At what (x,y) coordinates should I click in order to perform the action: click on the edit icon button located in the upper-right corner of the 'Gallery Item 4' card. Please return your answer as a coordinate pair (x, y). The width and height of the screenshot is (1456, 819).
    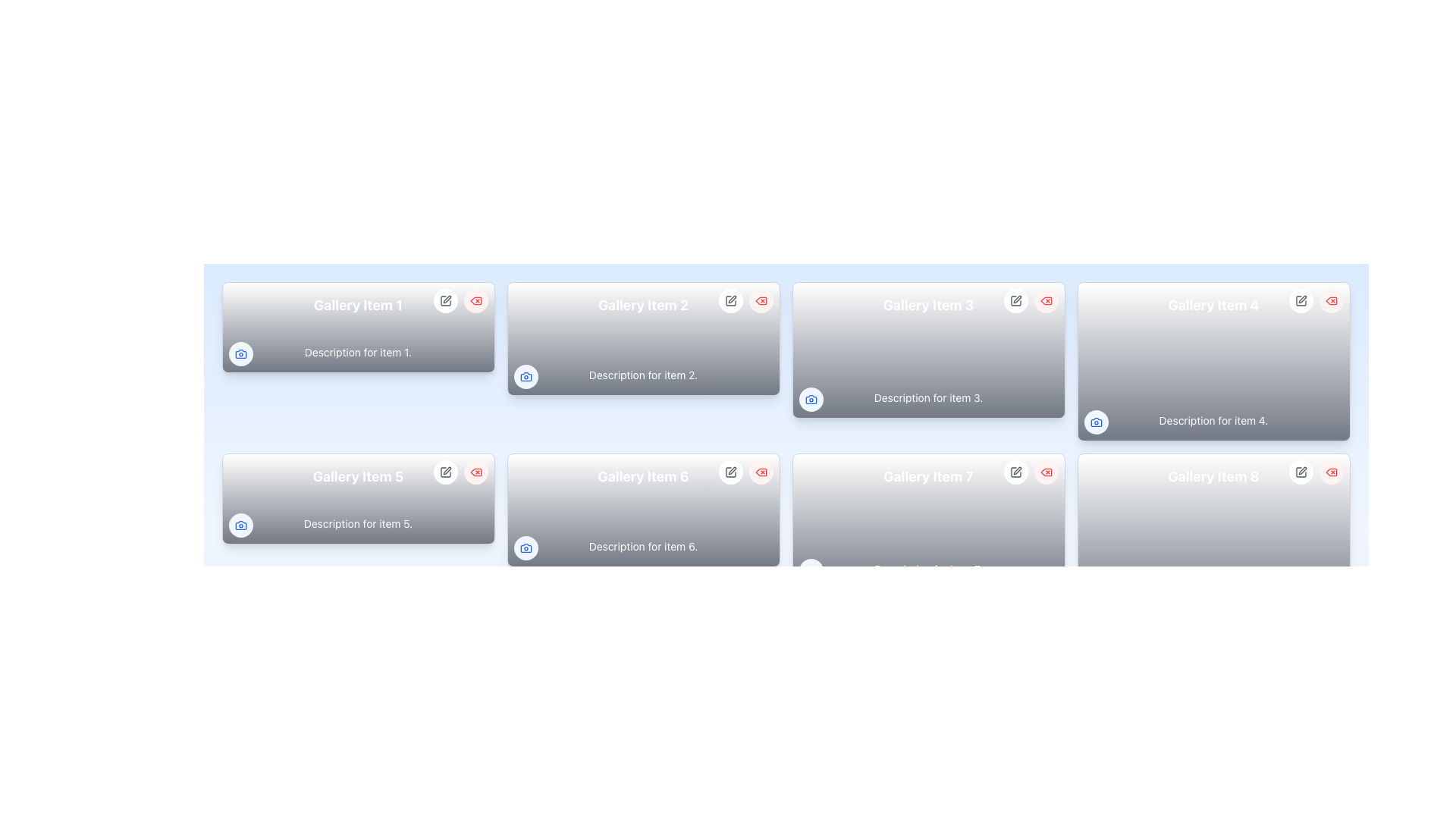
    Looking at the image, I should click on (1300, 301).